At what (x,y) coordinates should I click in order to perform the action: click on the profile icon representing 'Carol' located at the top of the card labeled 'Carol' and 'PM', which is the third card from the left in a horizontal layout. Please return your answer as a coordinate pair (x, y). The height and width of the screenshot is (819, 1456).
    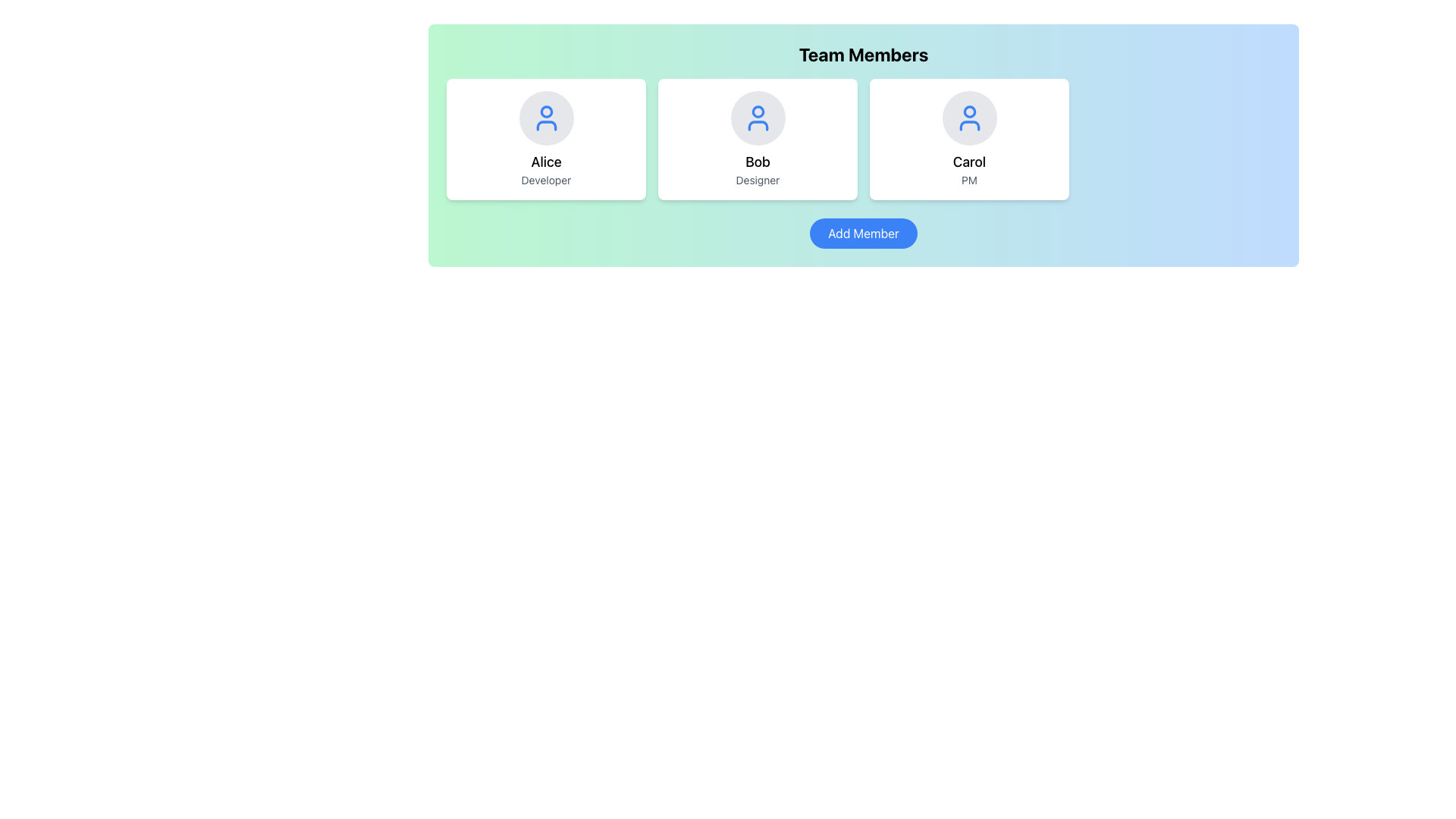
    Looking at the image, I should click on (968, 117).